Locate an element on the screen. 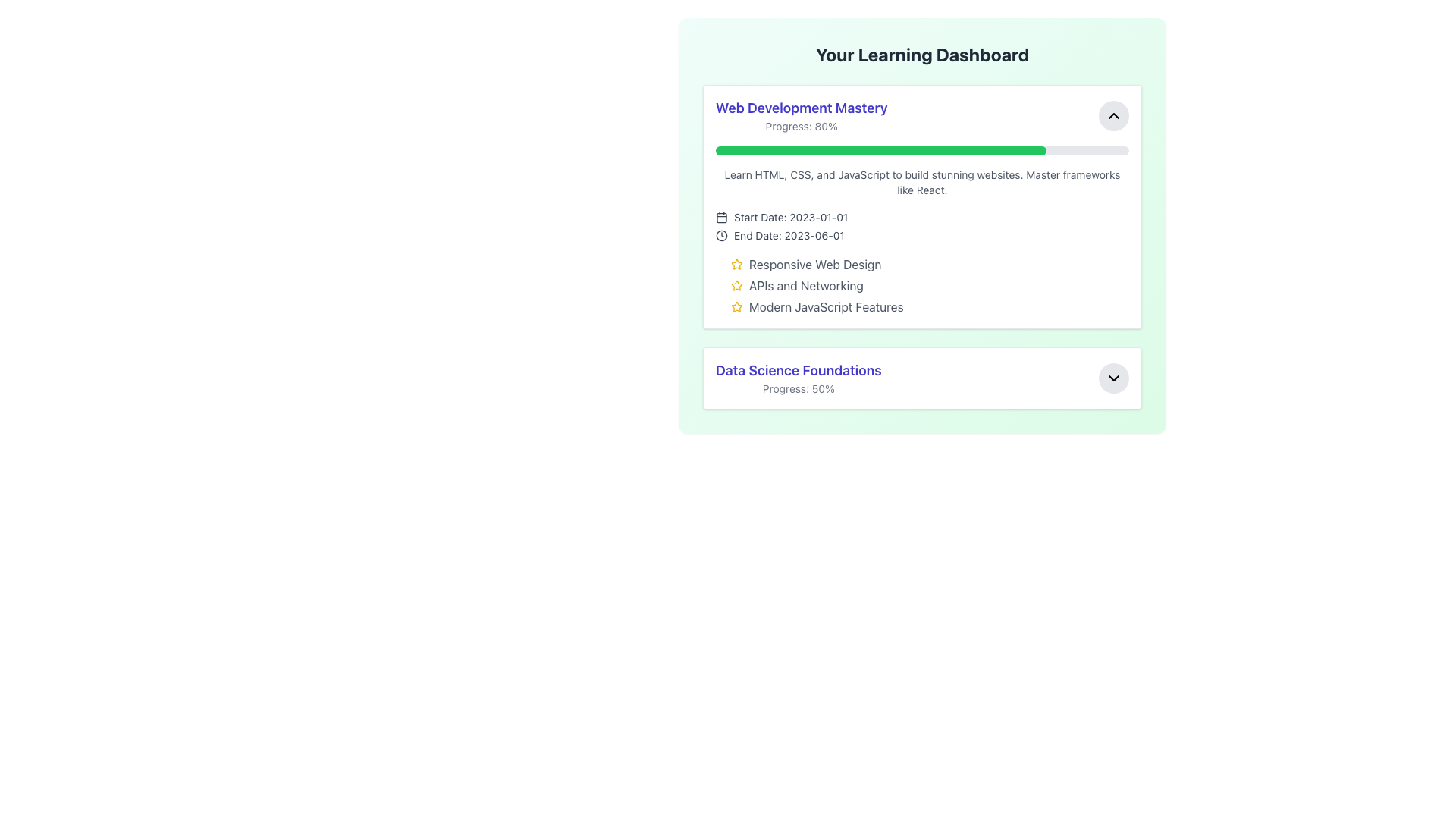 This screenshot has height=819, width=1456. progress information displayed in the text label located below the heading 'Web Development Mastery', which represents the percentage of progress for the course is located at coordinates (801, 125).